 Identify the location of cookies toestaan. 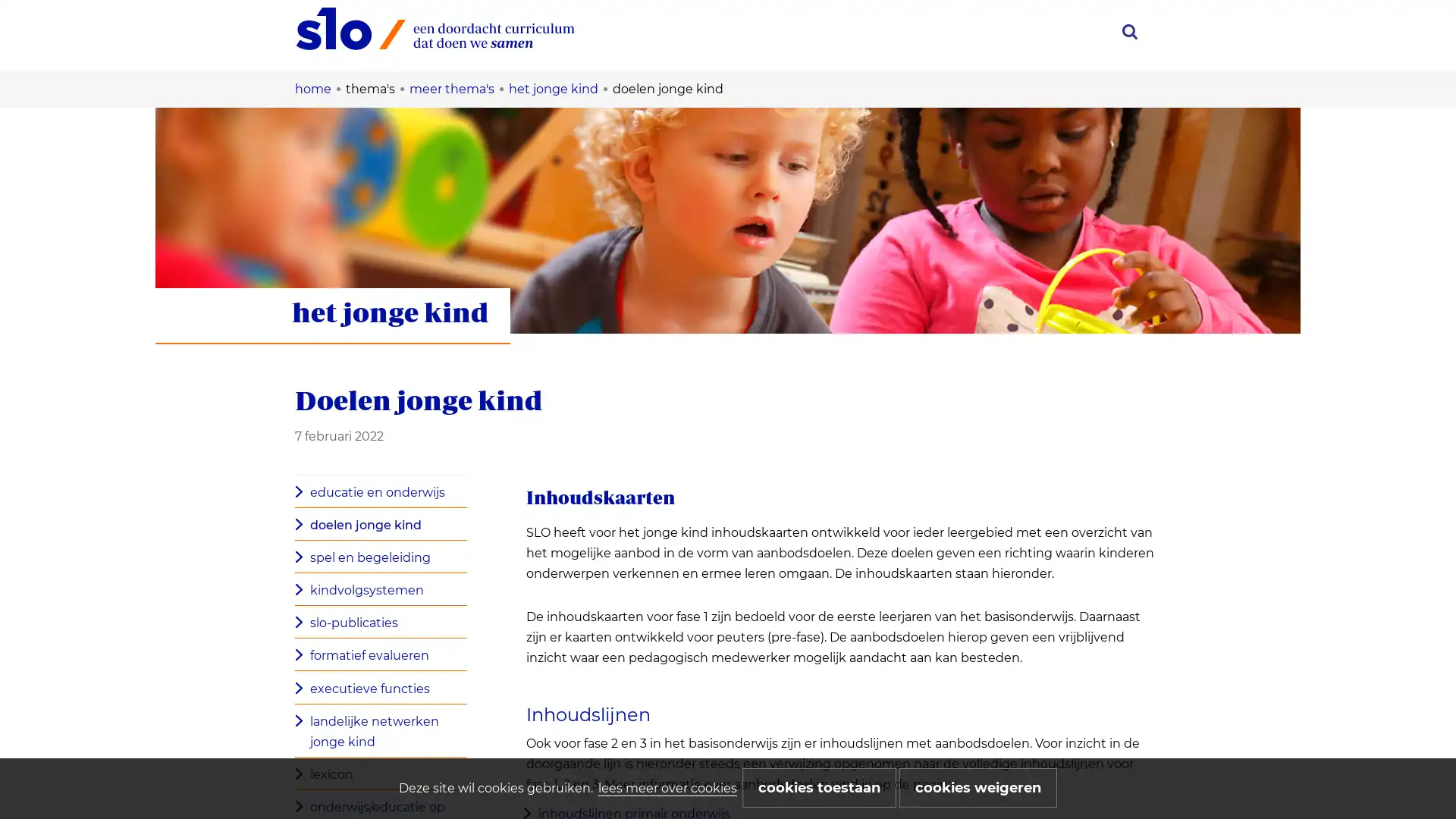
(818, 786).